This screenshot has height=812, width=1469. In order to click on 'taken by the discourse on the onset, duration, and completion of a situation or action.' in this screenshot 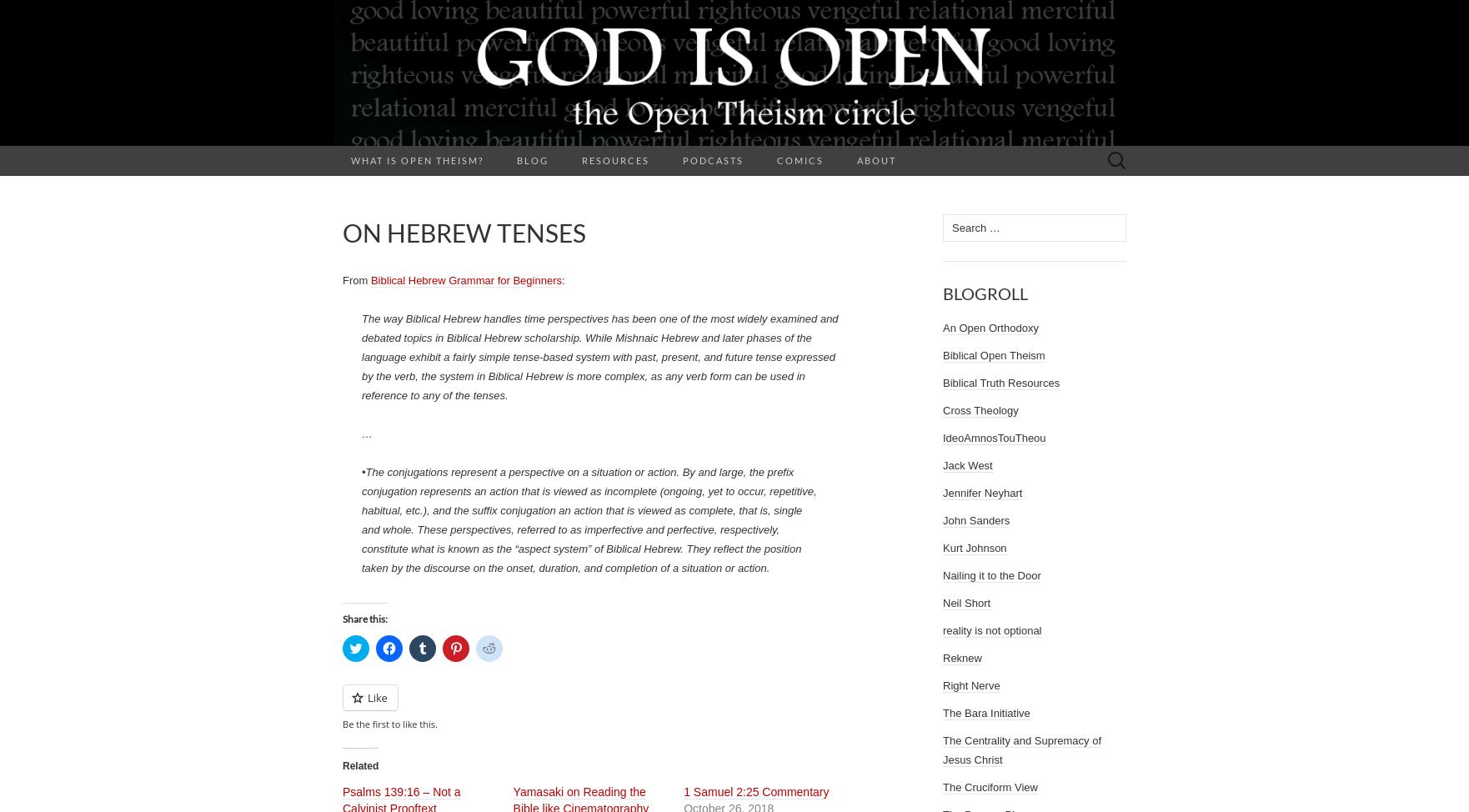, I will do `click(564, 568)`.